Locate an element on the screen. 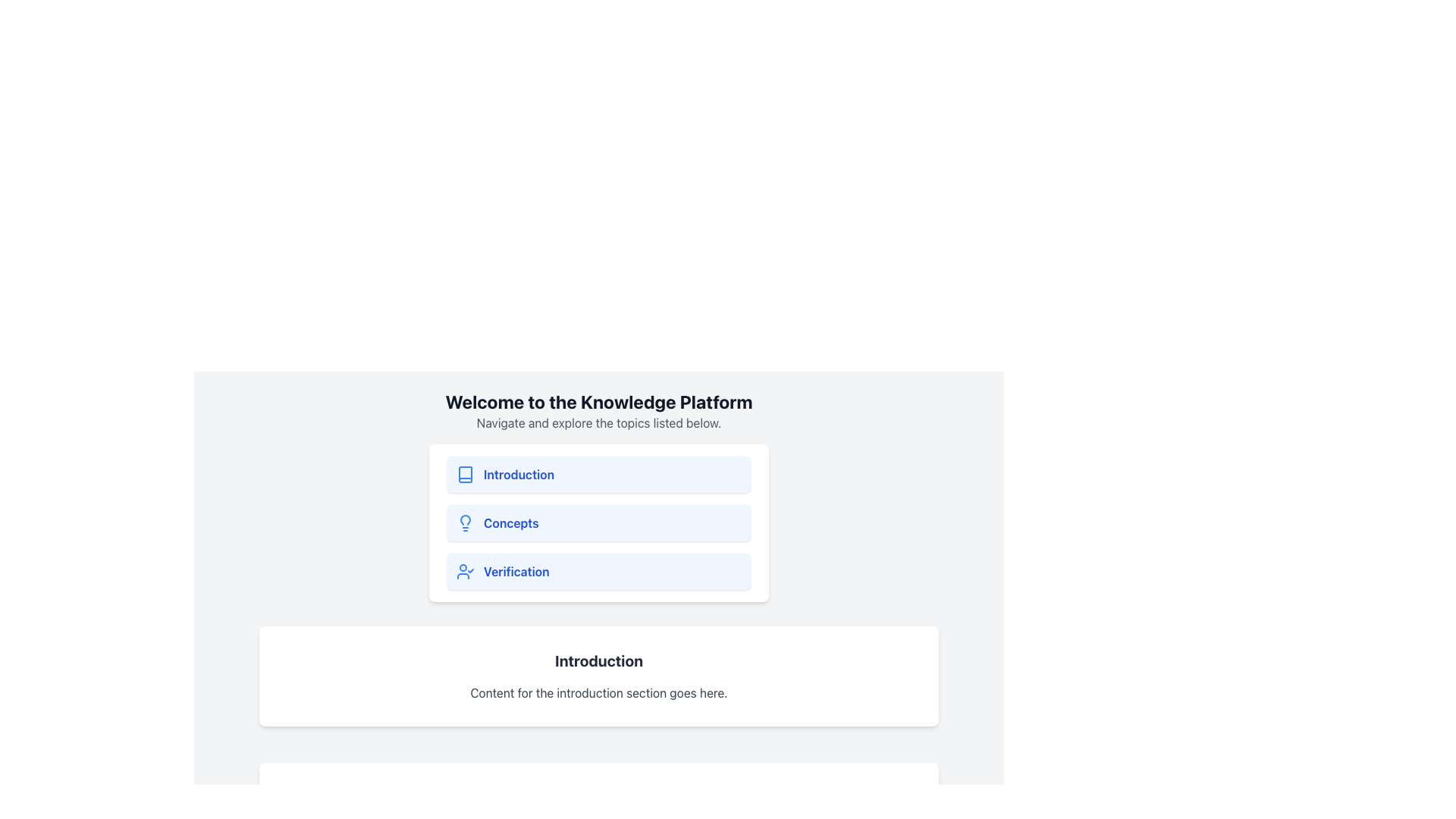 This screenshot has height=819, width=1456. the text label displaying 'Concepts' in a bold blue font, which is positioned within a rounded button-like structure between the 'Introduction' and 'Verification' buttons is located at coordinates (511, 522).